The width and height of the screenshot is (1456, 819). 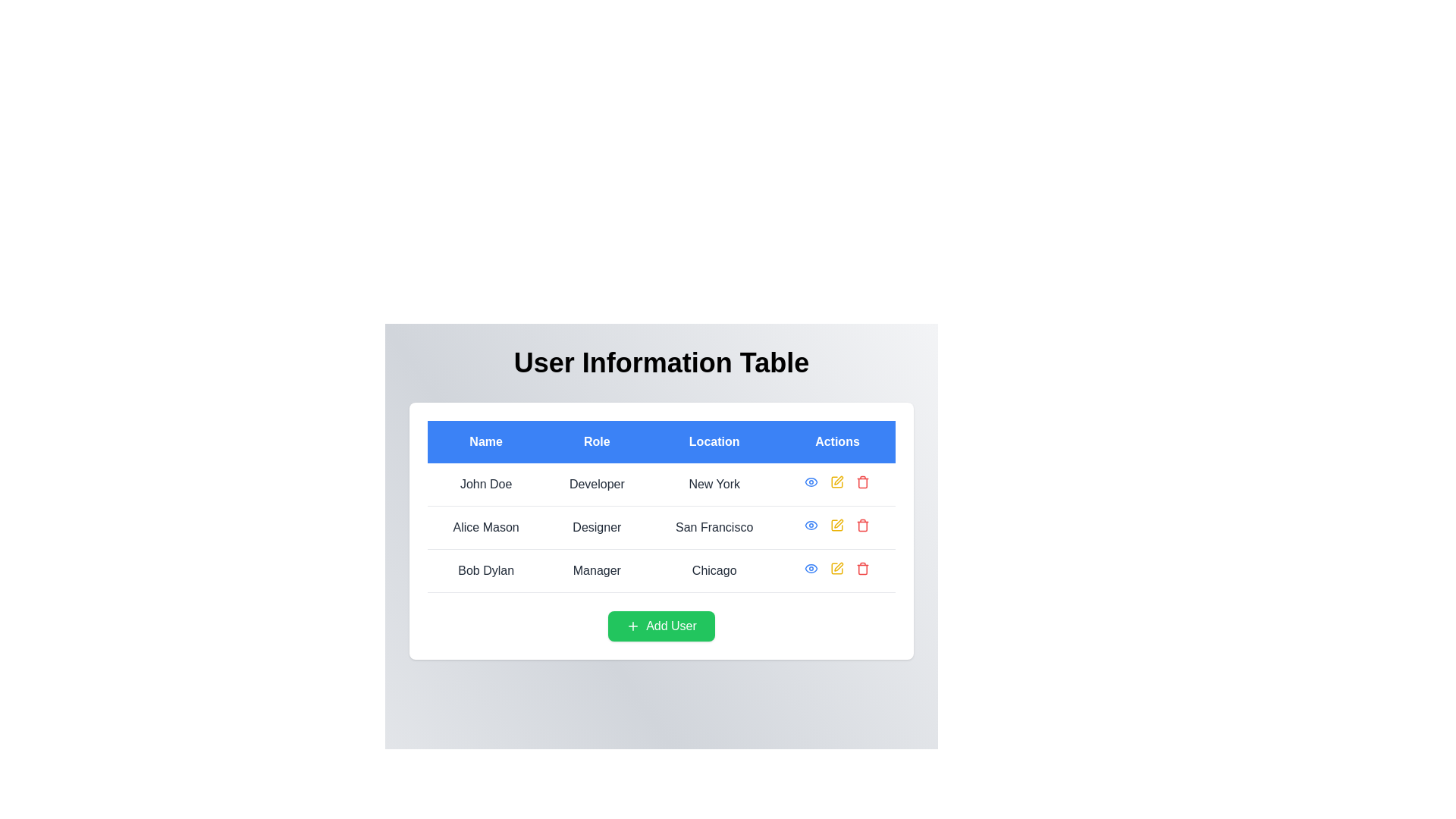 I want to click on the pen icon, styled with a yellow outline, located in the 'Actions' column of the row for 'Alice Mason' to initiate the edit action, so click(x=838, y=522).